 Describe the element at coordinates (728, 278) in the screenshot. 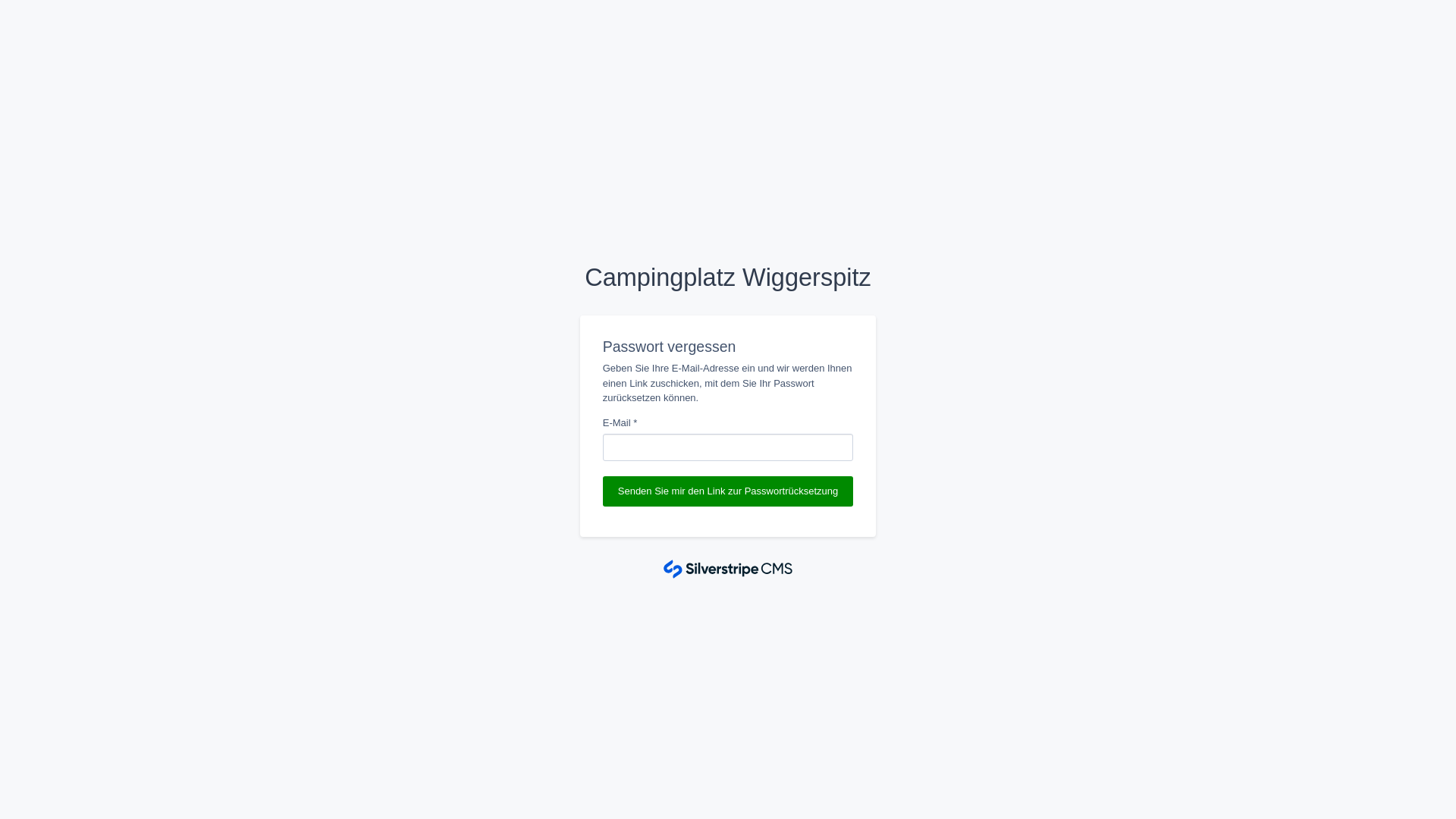

I see `'Campingplatz Wiggerspitz'` at that location.